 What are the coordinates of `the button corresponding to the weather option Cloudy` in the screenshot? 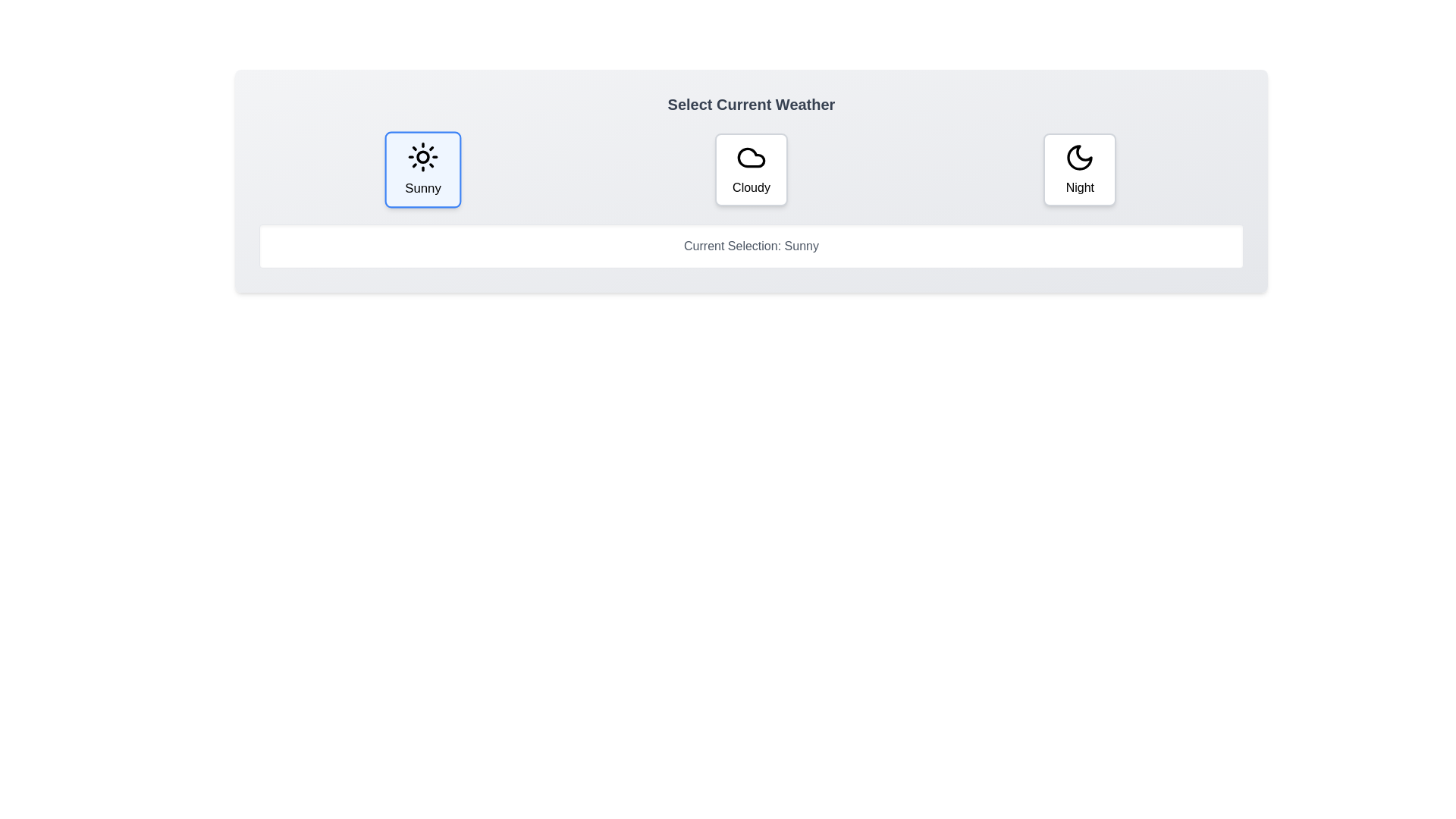 It's located at (751, 169).